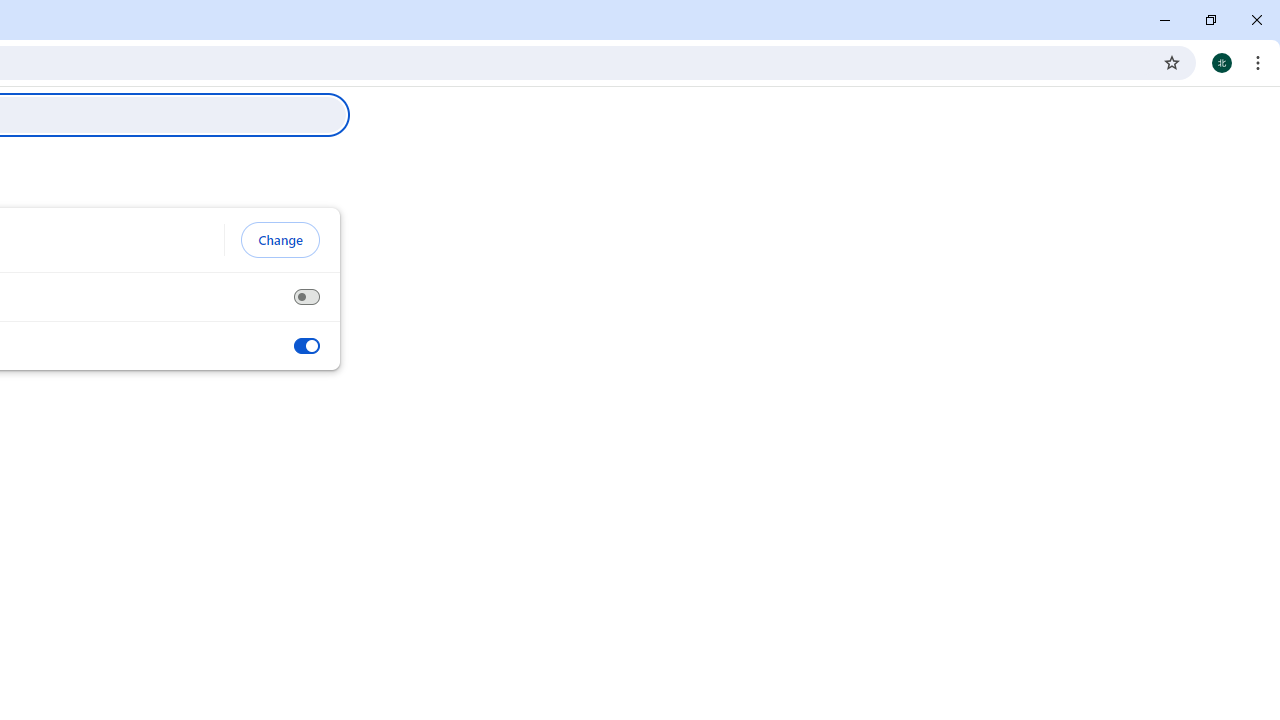 Image resolution: width=1280 pixels, height=720 pixels. I want to click on 'Change', so click(279, 239).